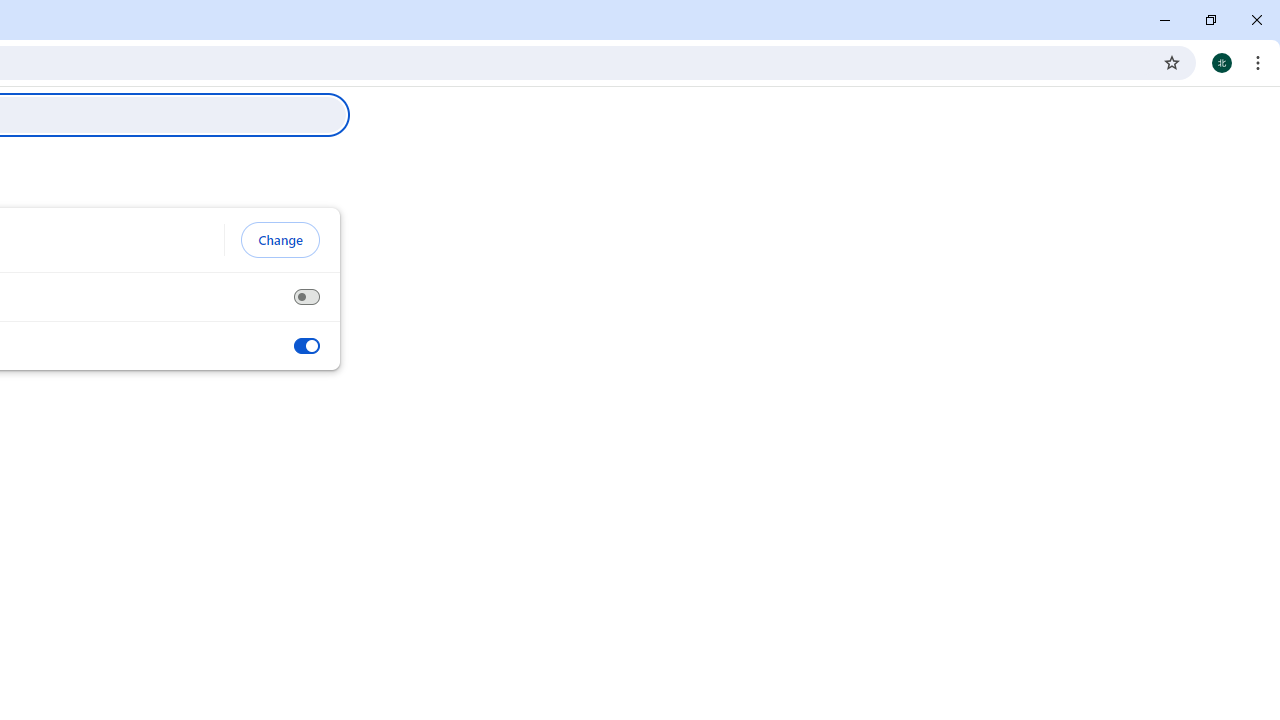 Image resolution: width=1280 pixels, height=720 pixels. I want to click on 'Change', so click(279, 239).